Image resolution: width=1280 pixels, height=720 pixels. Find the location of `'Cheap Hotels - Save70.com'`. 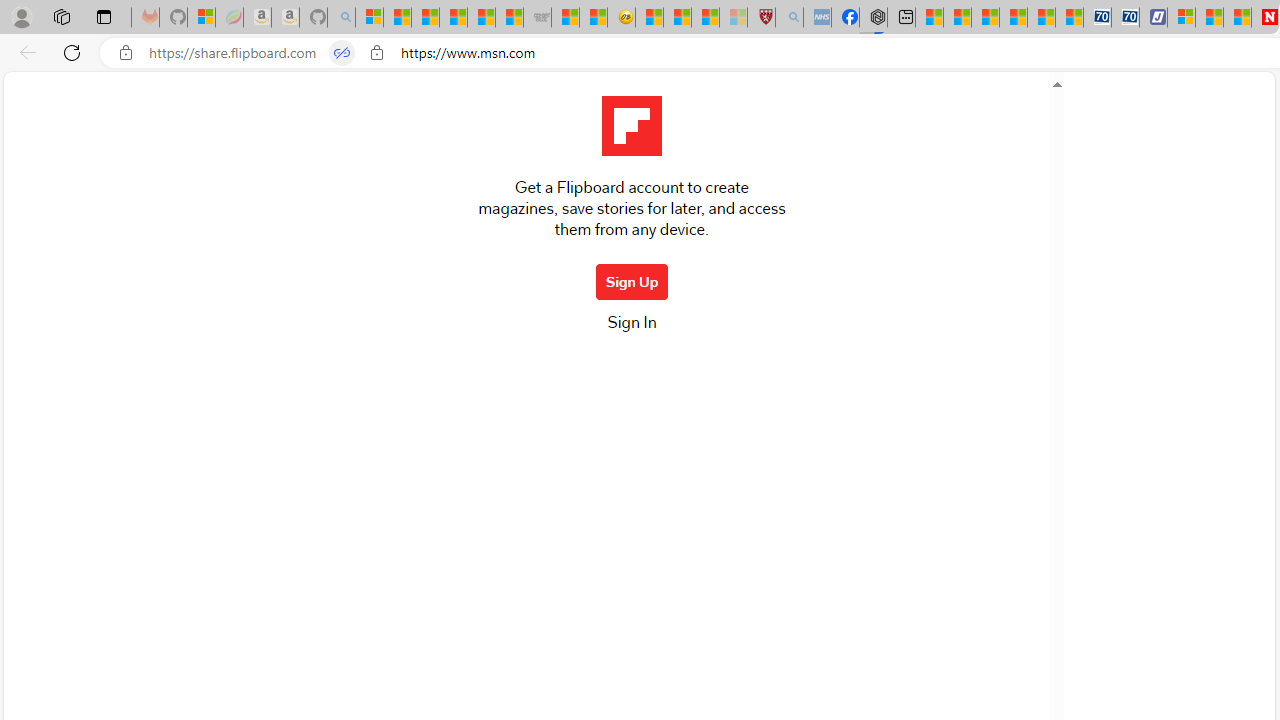

'Cheap Hotels - Save70.com' is located at coordinates (1125, 17).